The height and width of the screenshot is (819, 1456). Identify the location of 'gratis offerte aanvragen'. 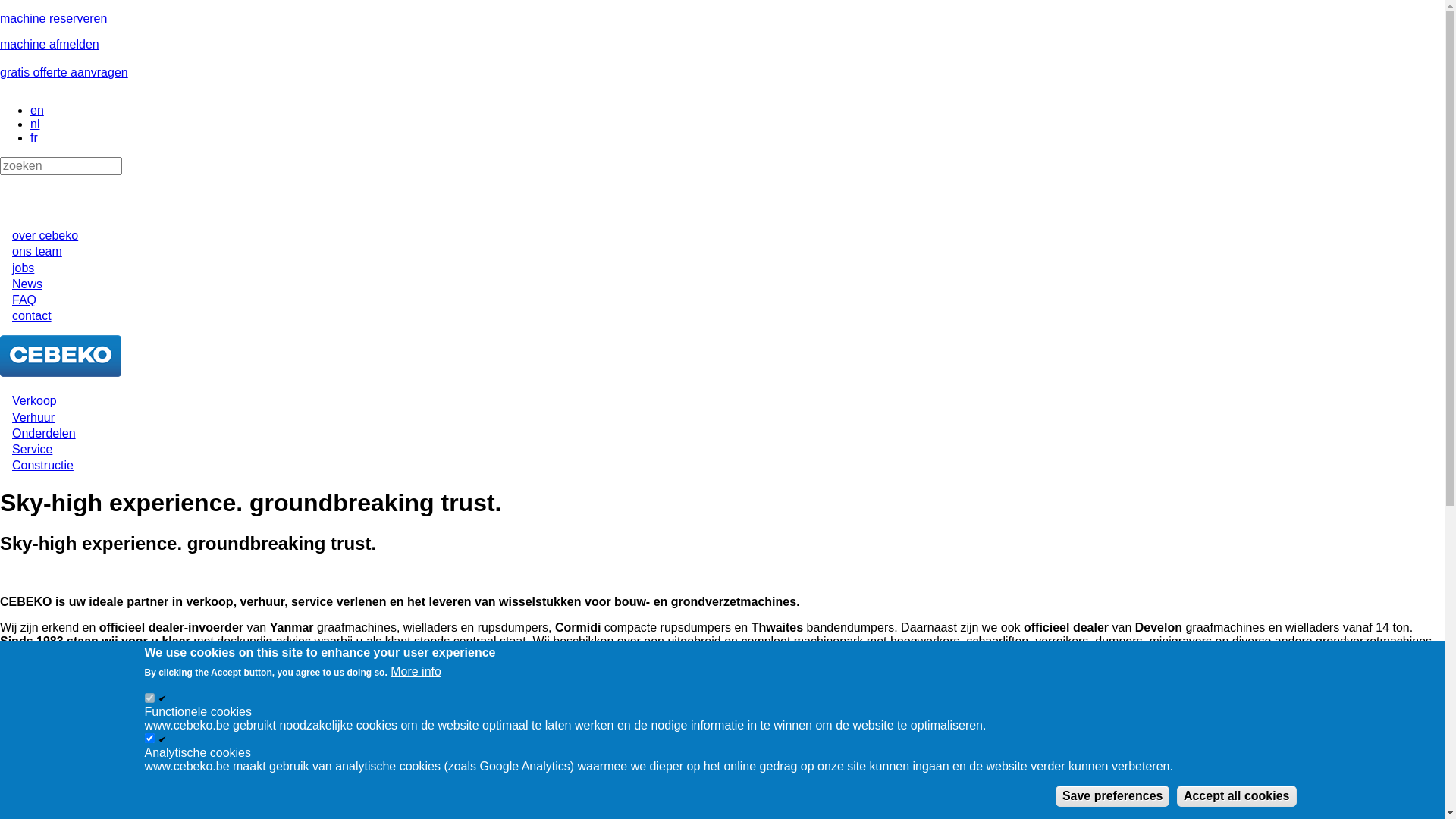
(63, 72).